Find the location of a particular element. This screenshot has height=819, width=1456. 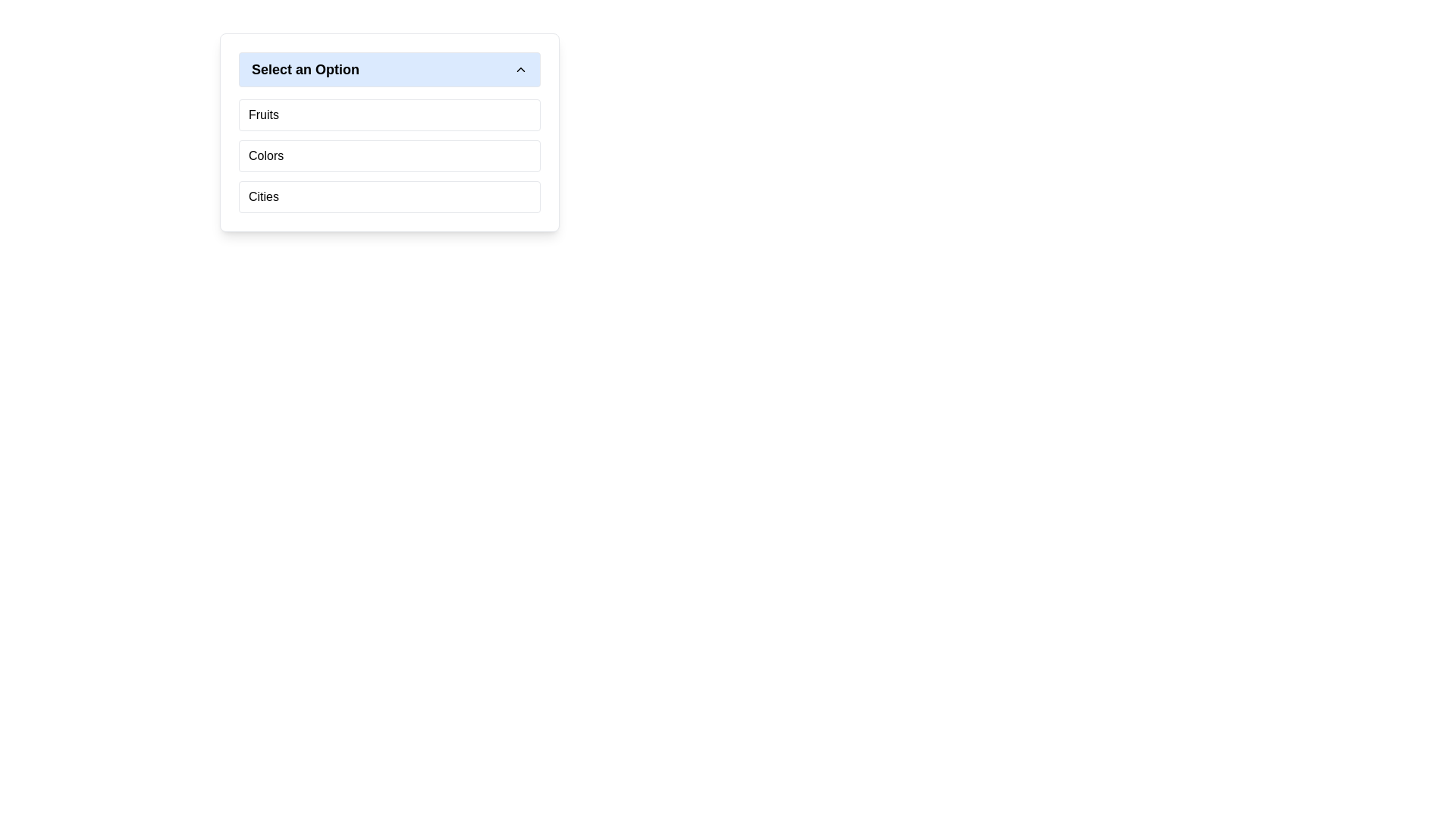

the first selectable option in the list labeled 'Fruits' is located at coordinates (389, 114).